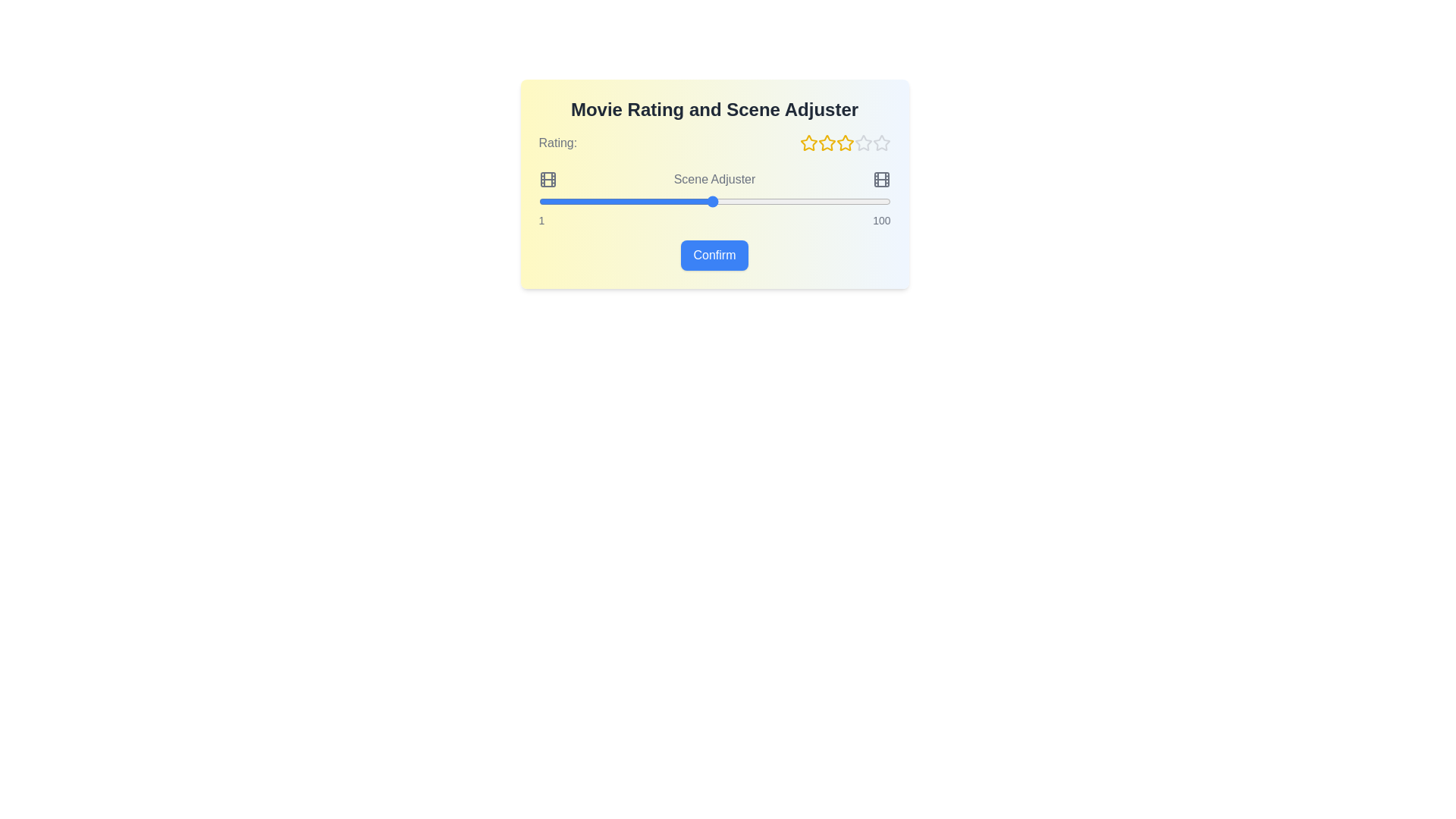 Image resolution: width=1456 pixels, height=819 pixels. What do you see at coordinates (808, 143) in the screenshot?
I see `the star corresponding to the desired rating of 1 stars` at bounding box center [808, 143].